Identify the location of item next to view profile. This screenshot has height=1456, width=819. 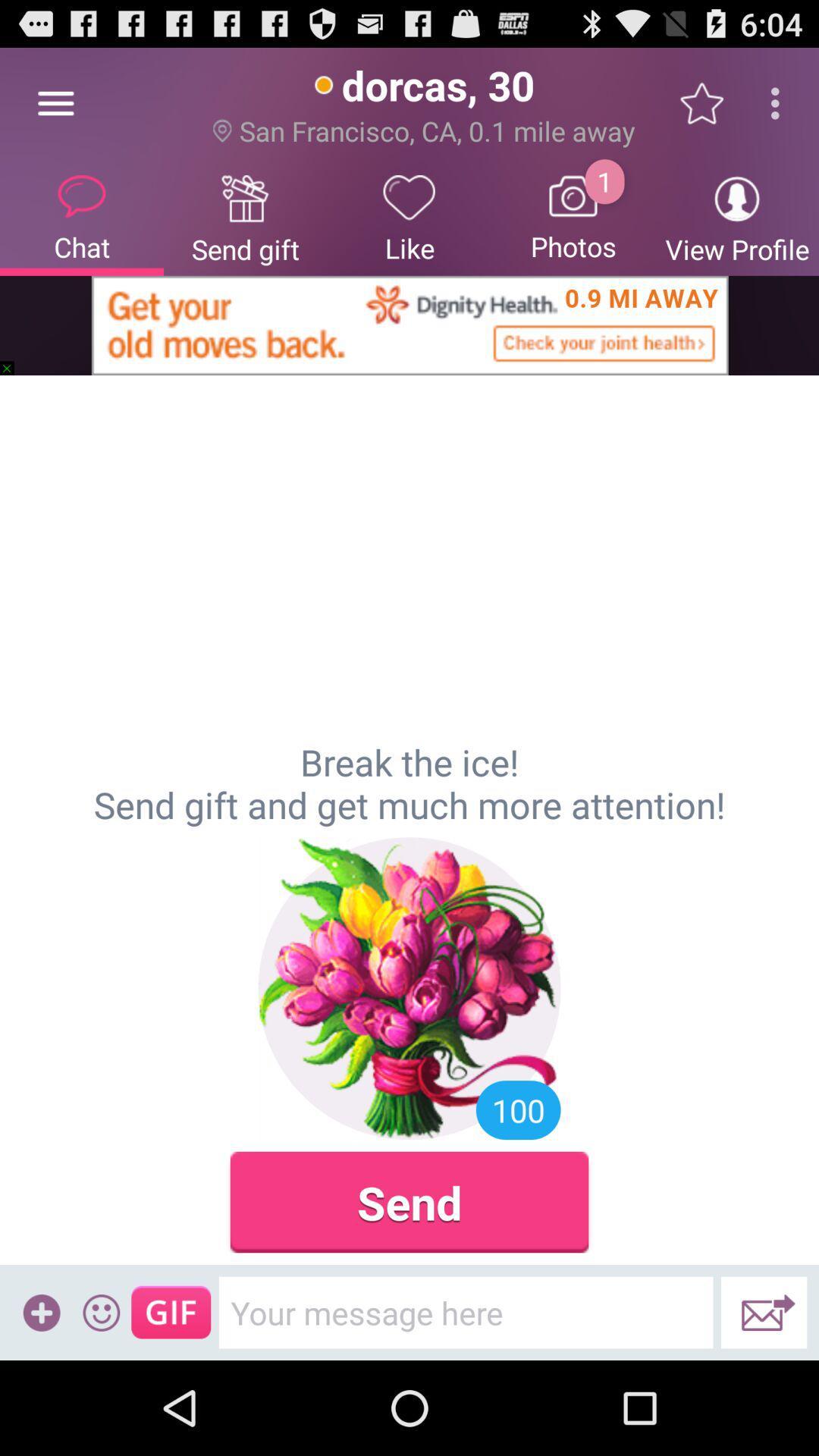
(573, 216).